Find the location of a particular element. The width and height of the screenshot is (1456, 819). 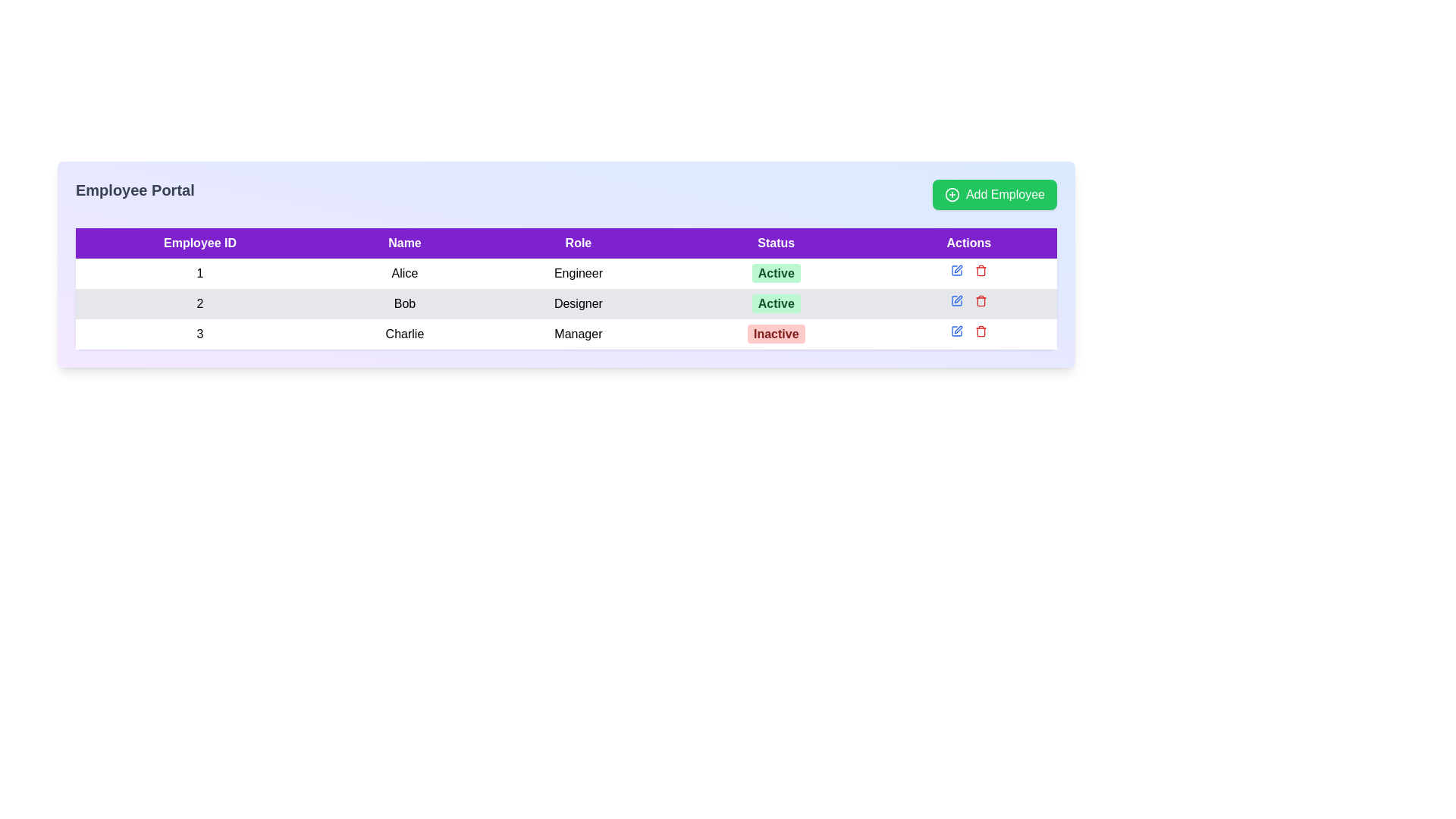

the Trash Can icon located in the Actions column of the second row related to Bob is located at coordinates (981, 302).